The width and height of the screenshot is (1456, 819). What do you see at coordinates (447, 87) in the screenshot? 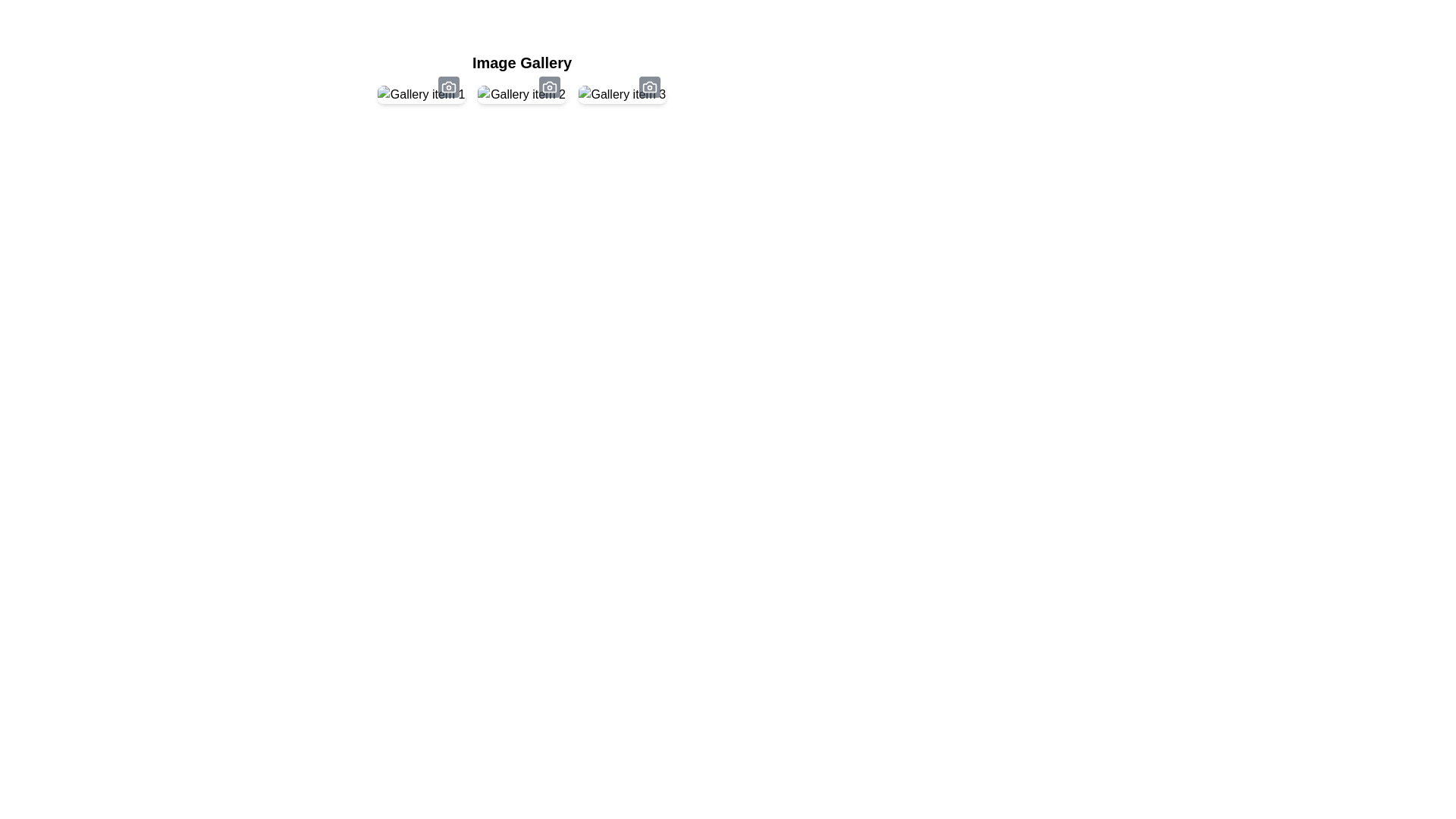
I see `the small, semi-transparent gray button with rounded corners located at the bottom-right corner of the first image in the gallery` at bounding box center [447, 87].